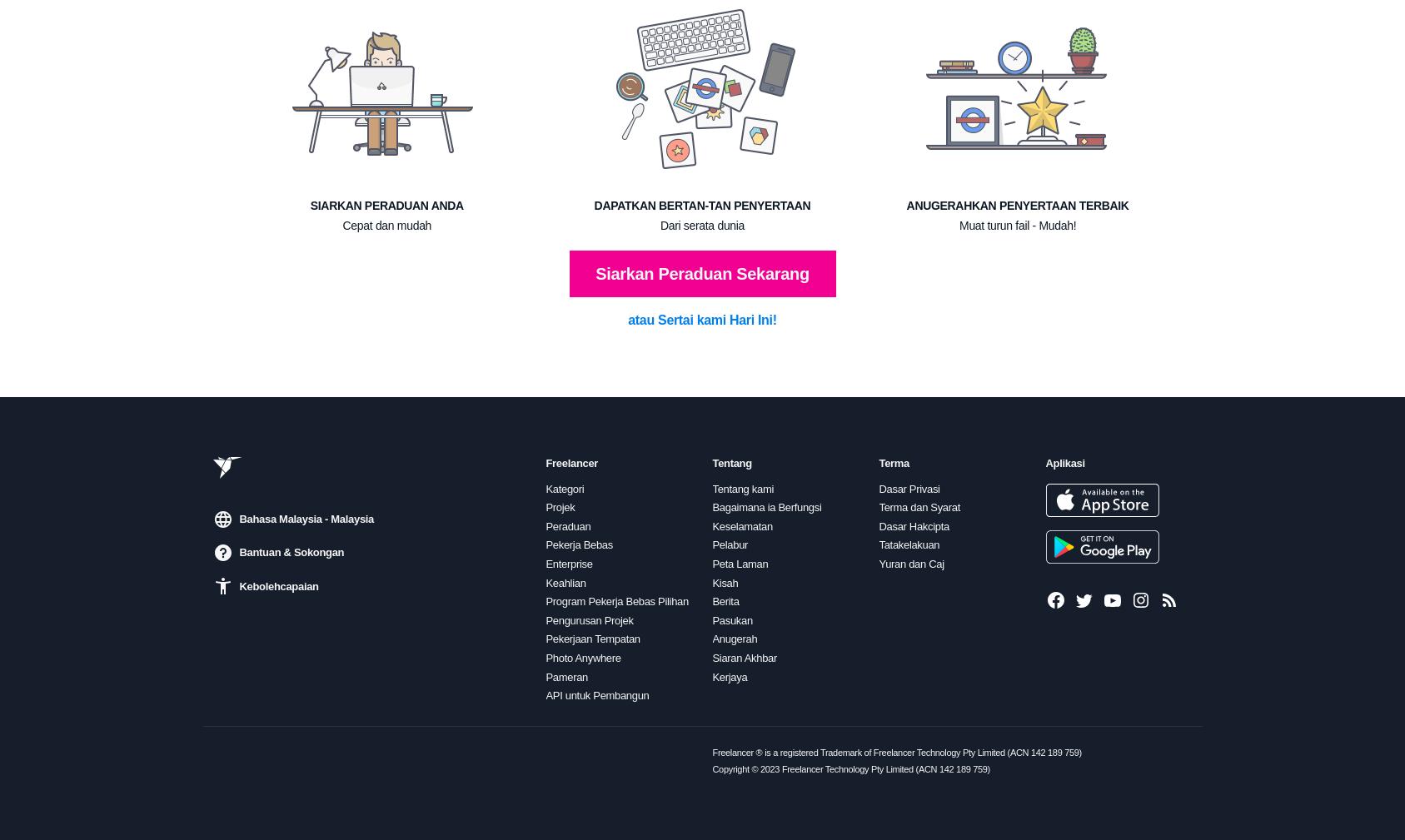 This screenshot has width=1405, height=840. Describe the element at coordinates (546, 639) in the screenshot. I see `'Pekerjaan Tempatan'` at that location.